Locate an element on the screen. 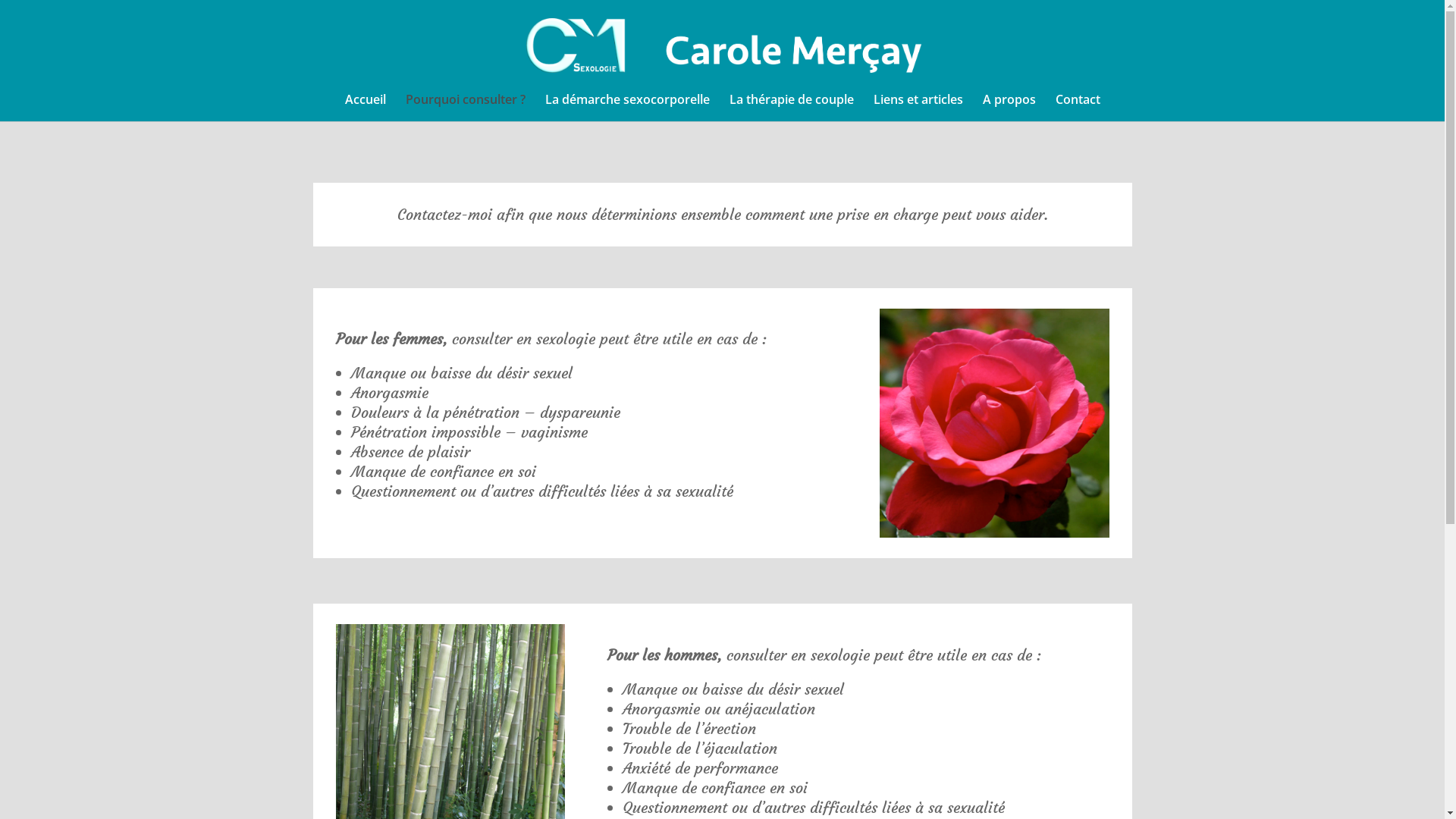  'Contact' is located at coordinates (1077, 107).